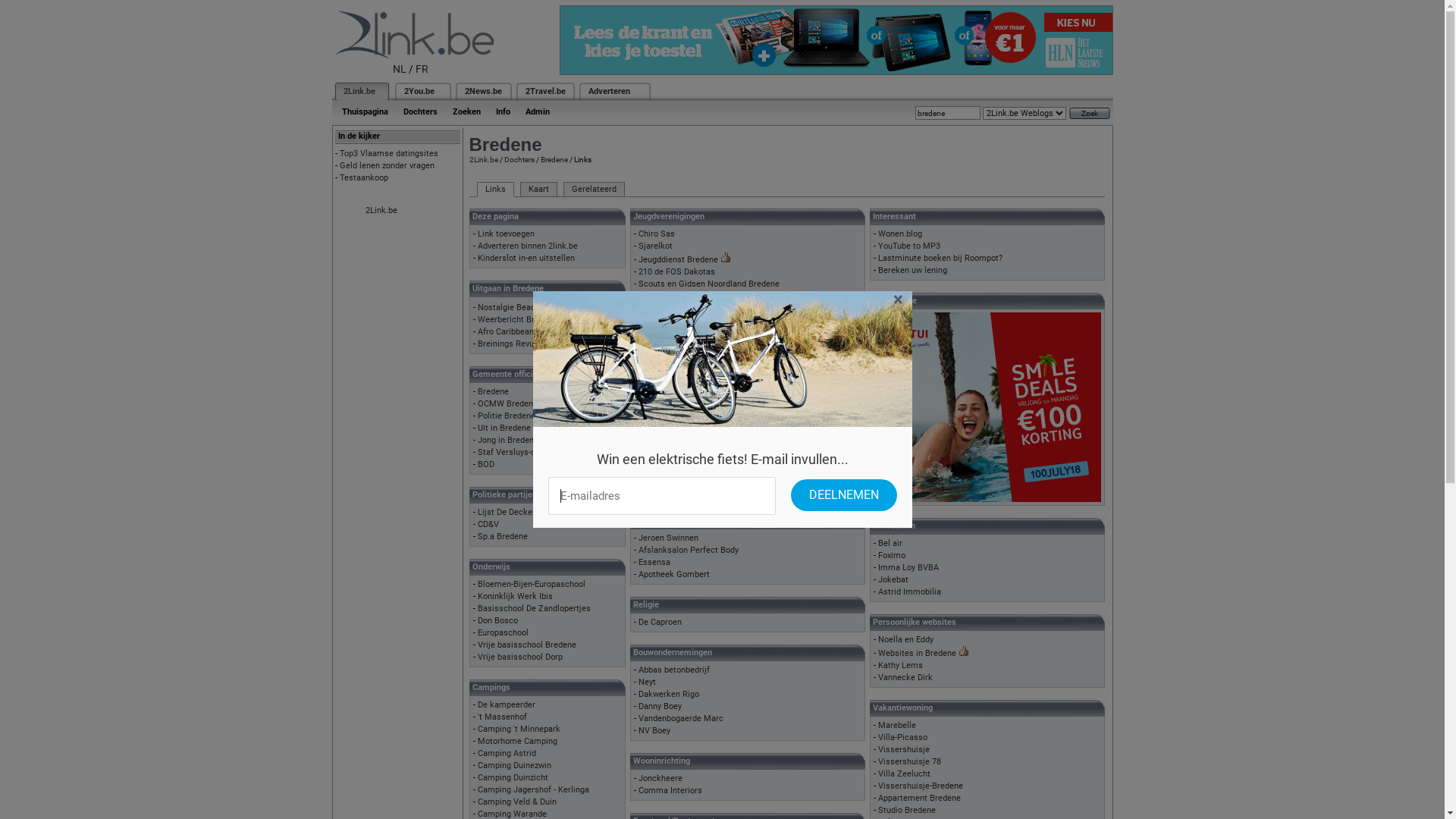 The height and width of the screenshot is (819, 1456). Describe the element at coordinates (508, 440) in the screenshot. I see `'Jong in Bredene'` at that location.